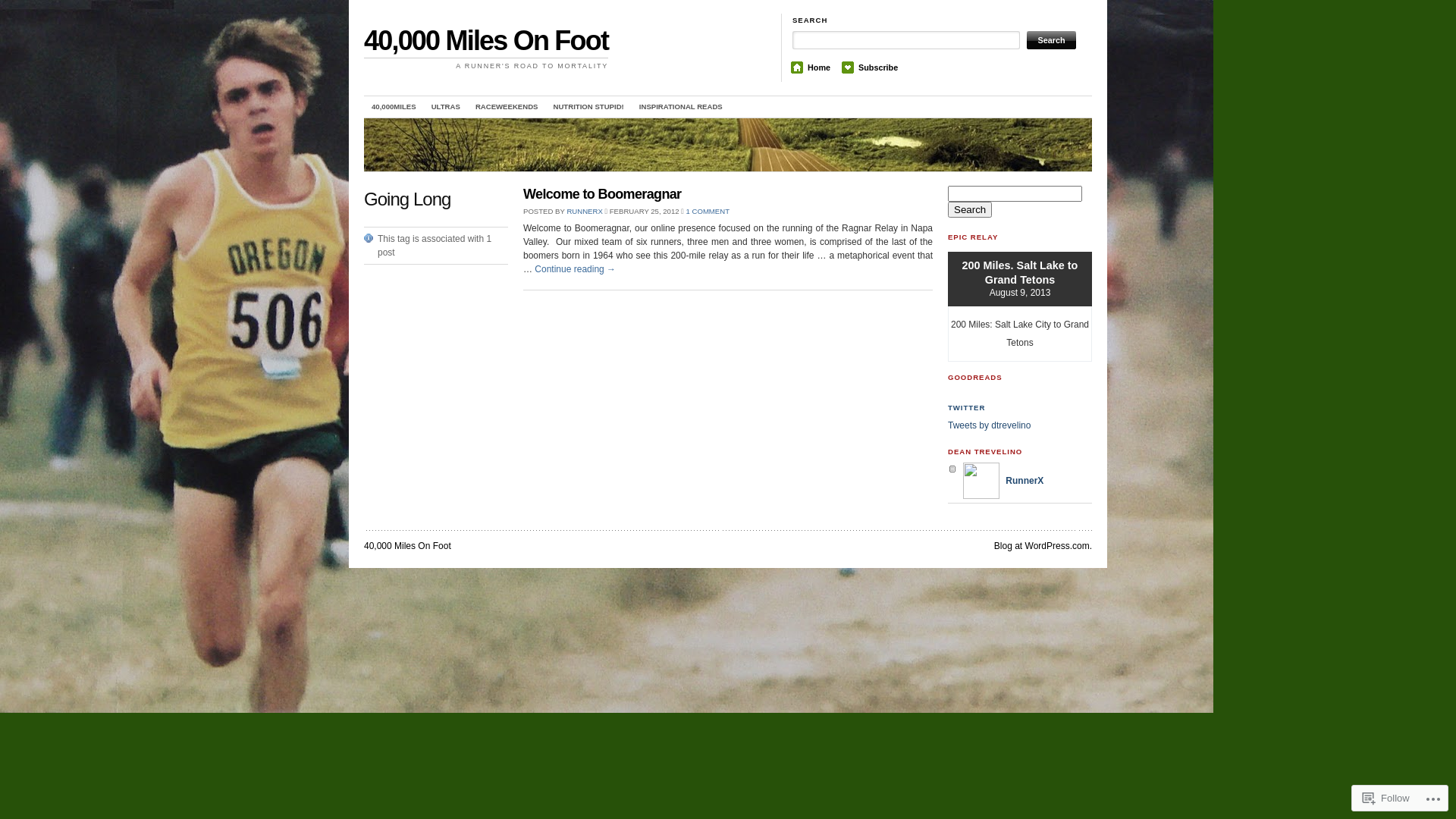 This screenshot has height=819, width=1456. What do you see at coordinates (965, 406) in the screenshot?
I see `'TWITTER'` at bounding box center [965, 406].